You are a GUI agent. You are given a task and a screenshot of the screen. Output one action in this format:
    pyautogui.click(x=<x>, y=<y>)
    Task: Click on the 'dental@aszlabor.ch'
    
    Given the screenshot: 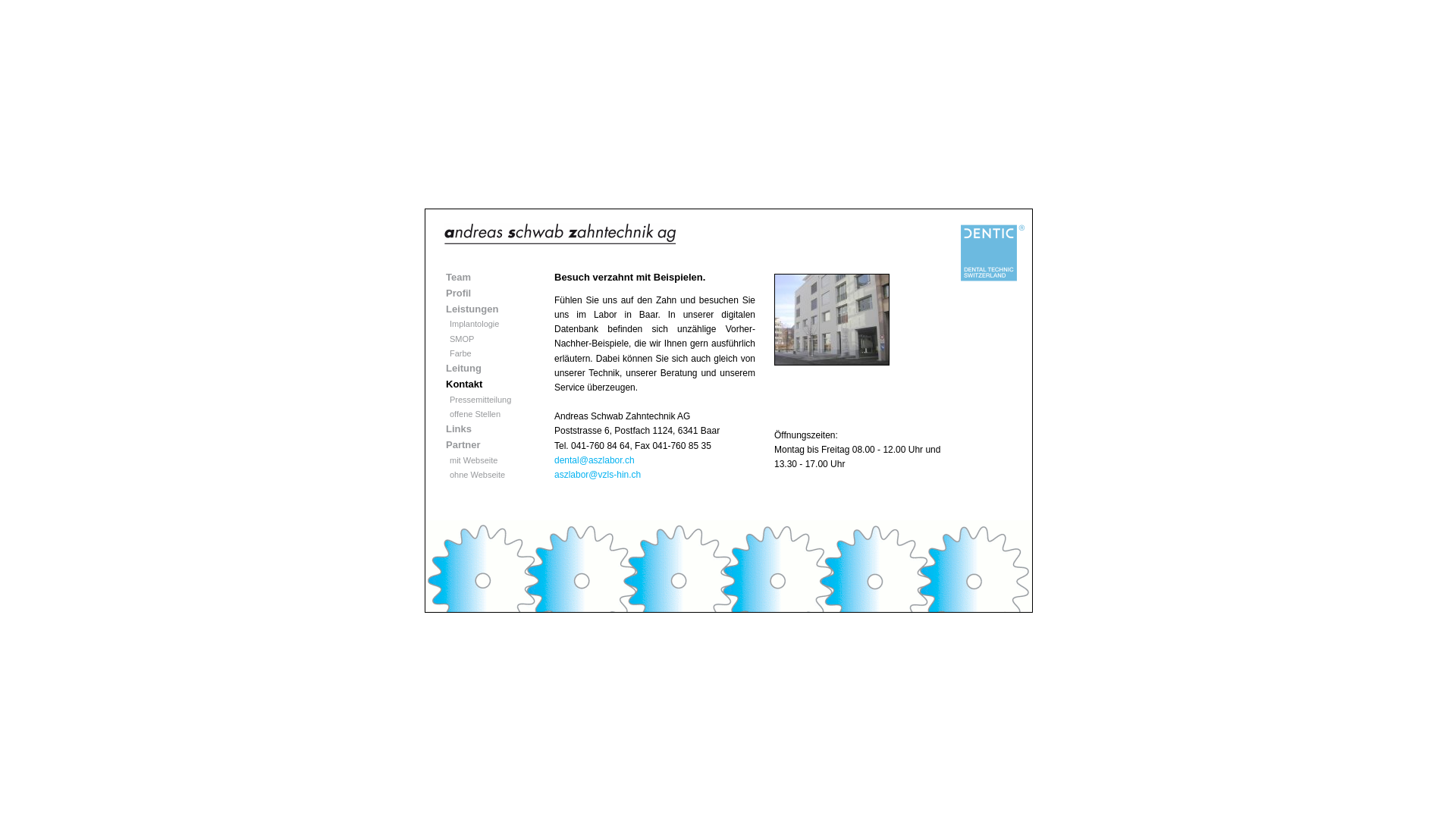 What is the action you would take?
    pyautogui.click(x=593, y=459)
    